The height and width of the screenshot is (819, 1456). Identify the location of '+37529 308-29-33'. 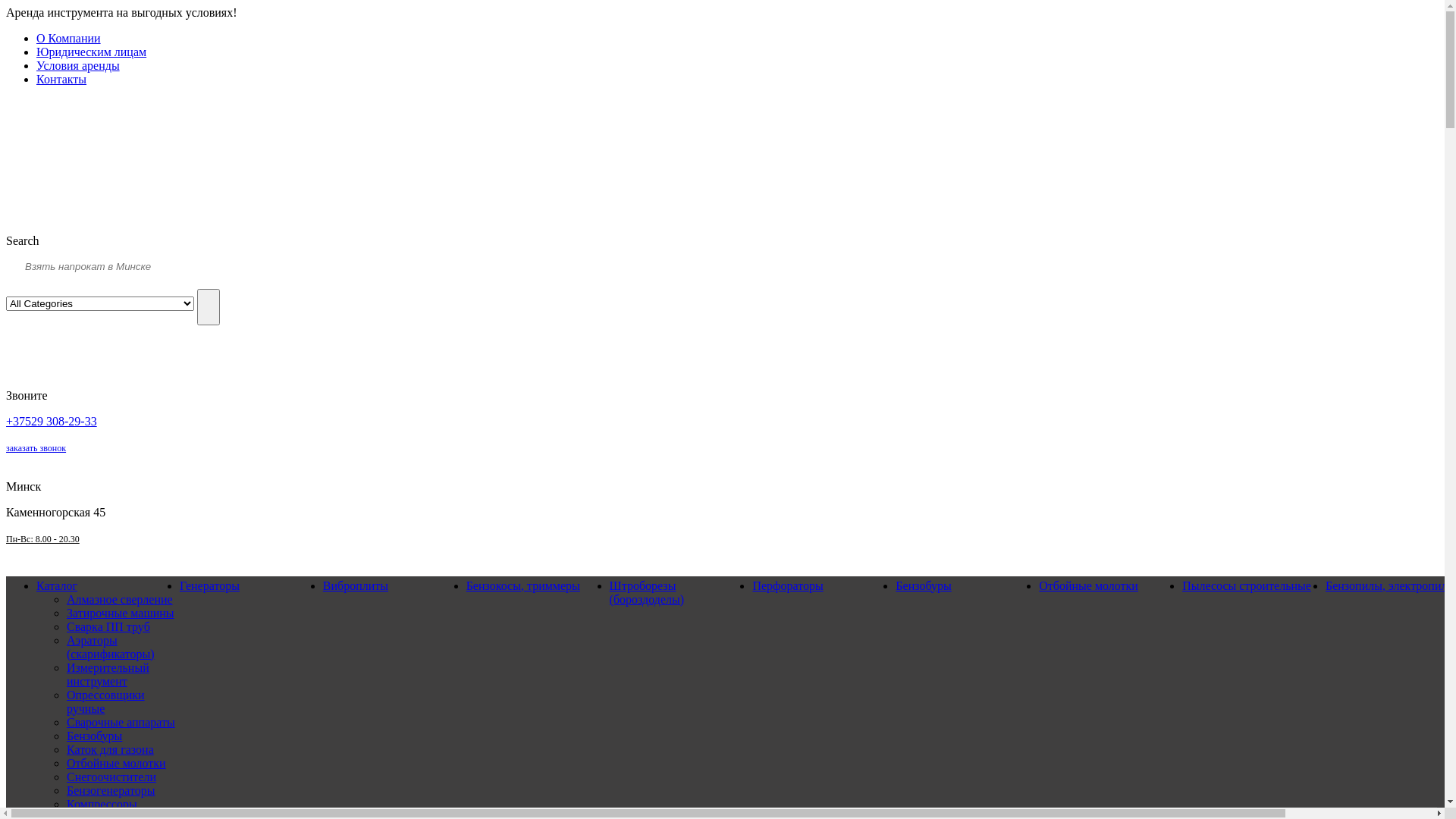
(51, 420).